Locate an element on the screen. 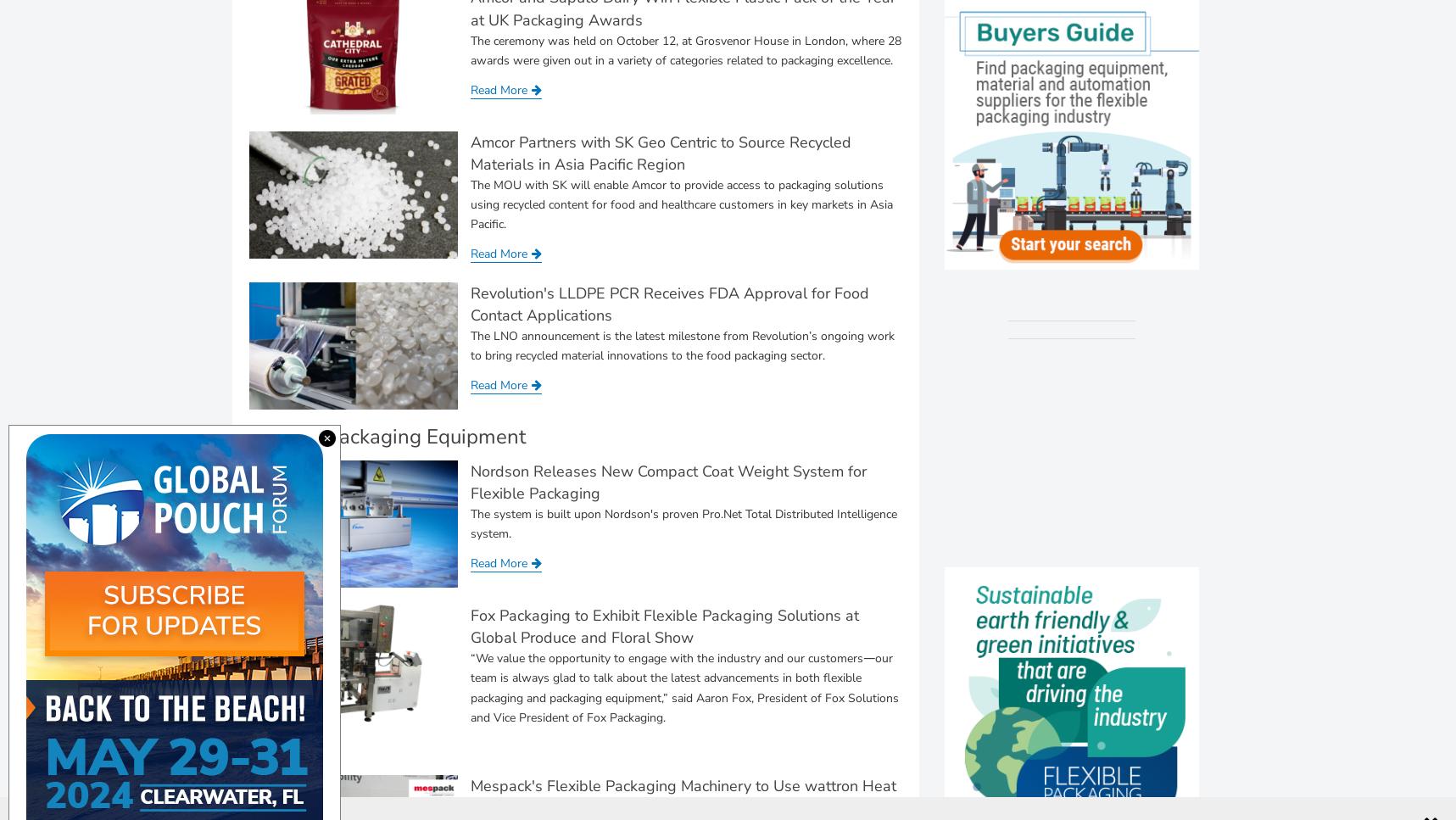  'Fox Packaging to Exhibit Flexible Packaging Solutions at Global Produce and Floral Show' is located at coordinates (663, 625).